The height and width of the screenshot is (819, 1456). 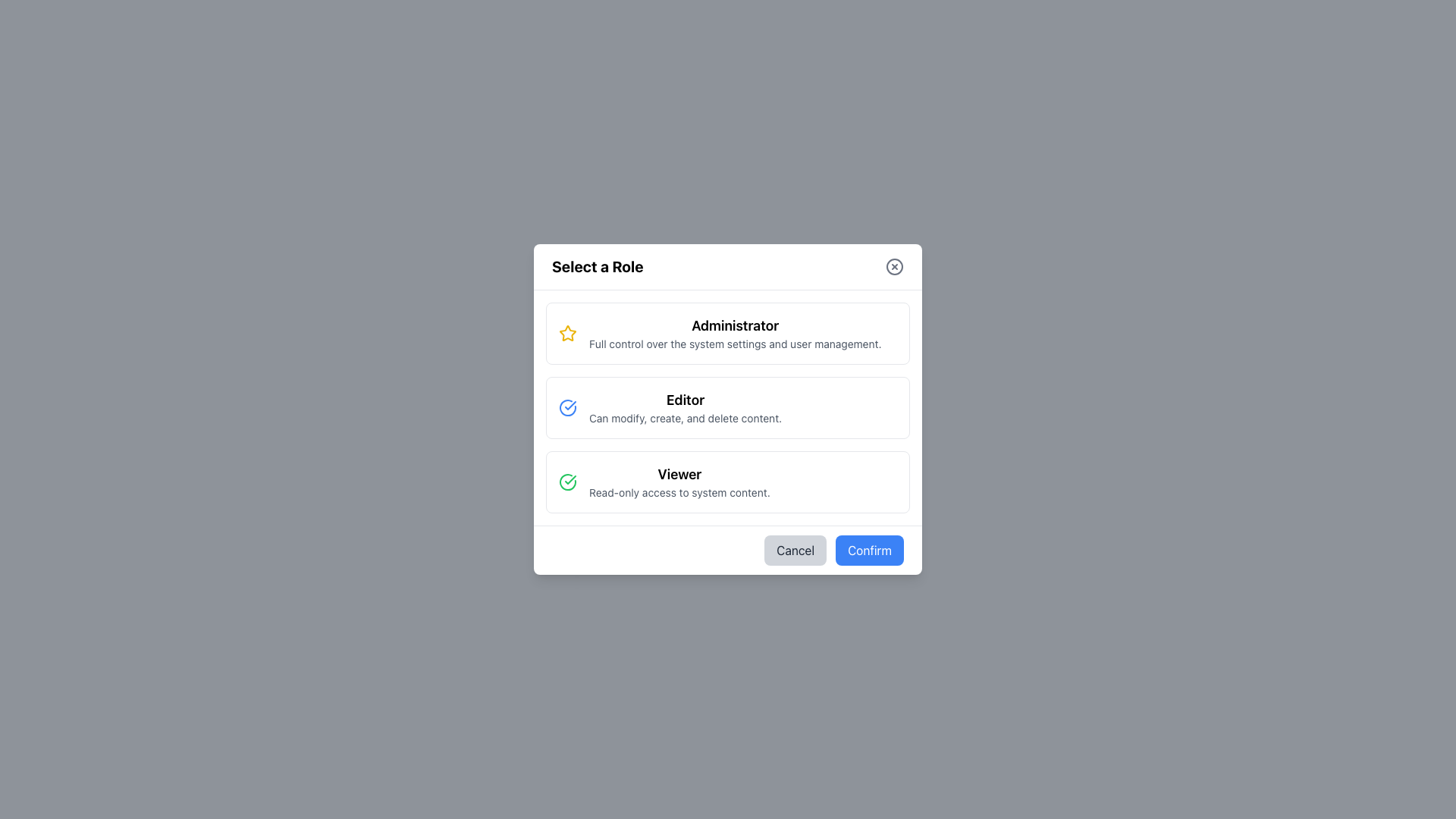 What do you see at coordinates (685, 400) in the screenshot?
I see `text from the 'Editor' label, which is displayed in a bold and slightly enlarged font, positioned centrally in the second group of options in the modal dialog` at bounding box center [685, 400].